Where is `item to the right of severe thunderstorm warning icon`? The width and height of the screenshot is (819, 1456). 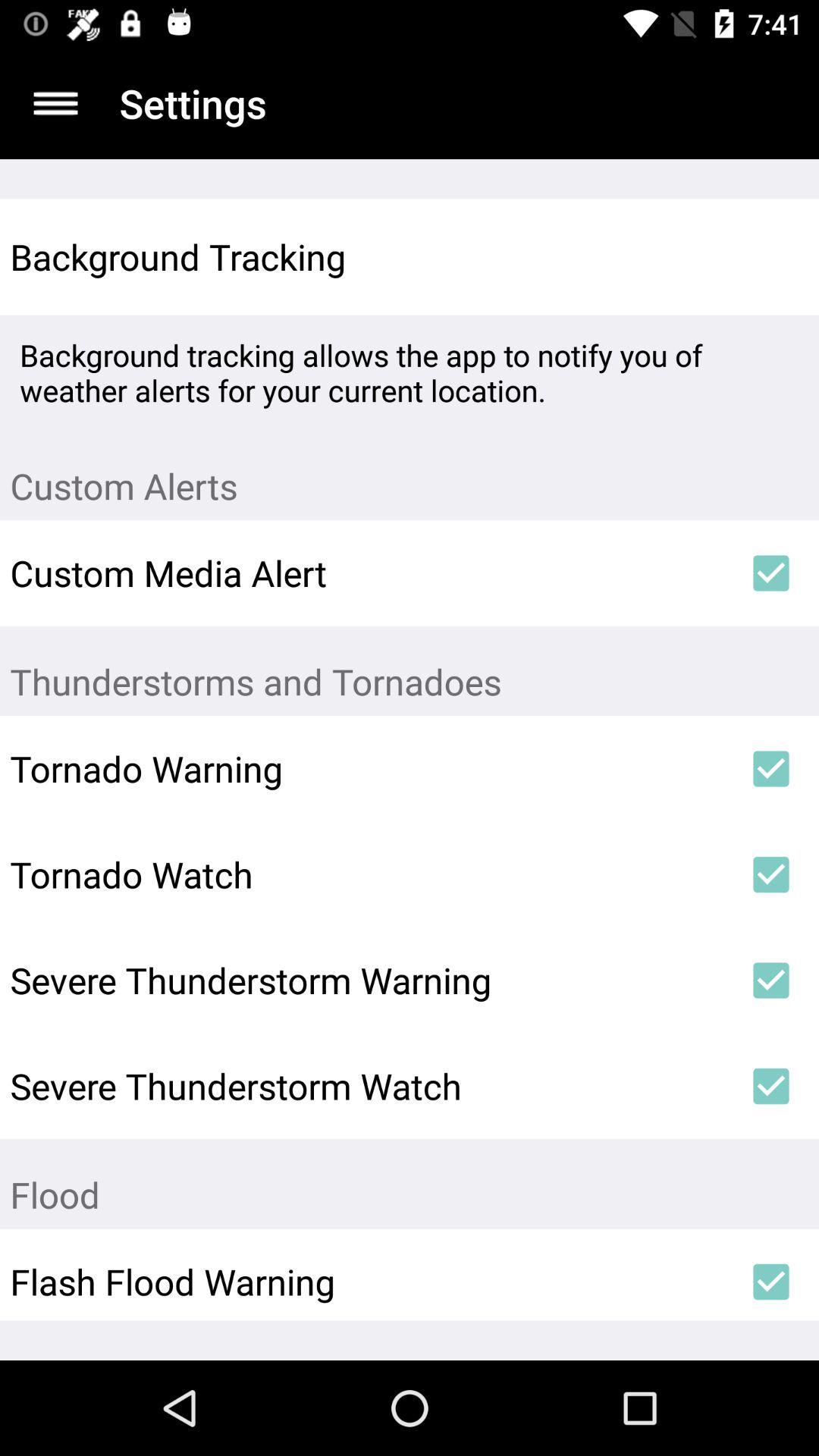 item to the right of severe thunderstorm warning icon is located at coordinates (771, 980).